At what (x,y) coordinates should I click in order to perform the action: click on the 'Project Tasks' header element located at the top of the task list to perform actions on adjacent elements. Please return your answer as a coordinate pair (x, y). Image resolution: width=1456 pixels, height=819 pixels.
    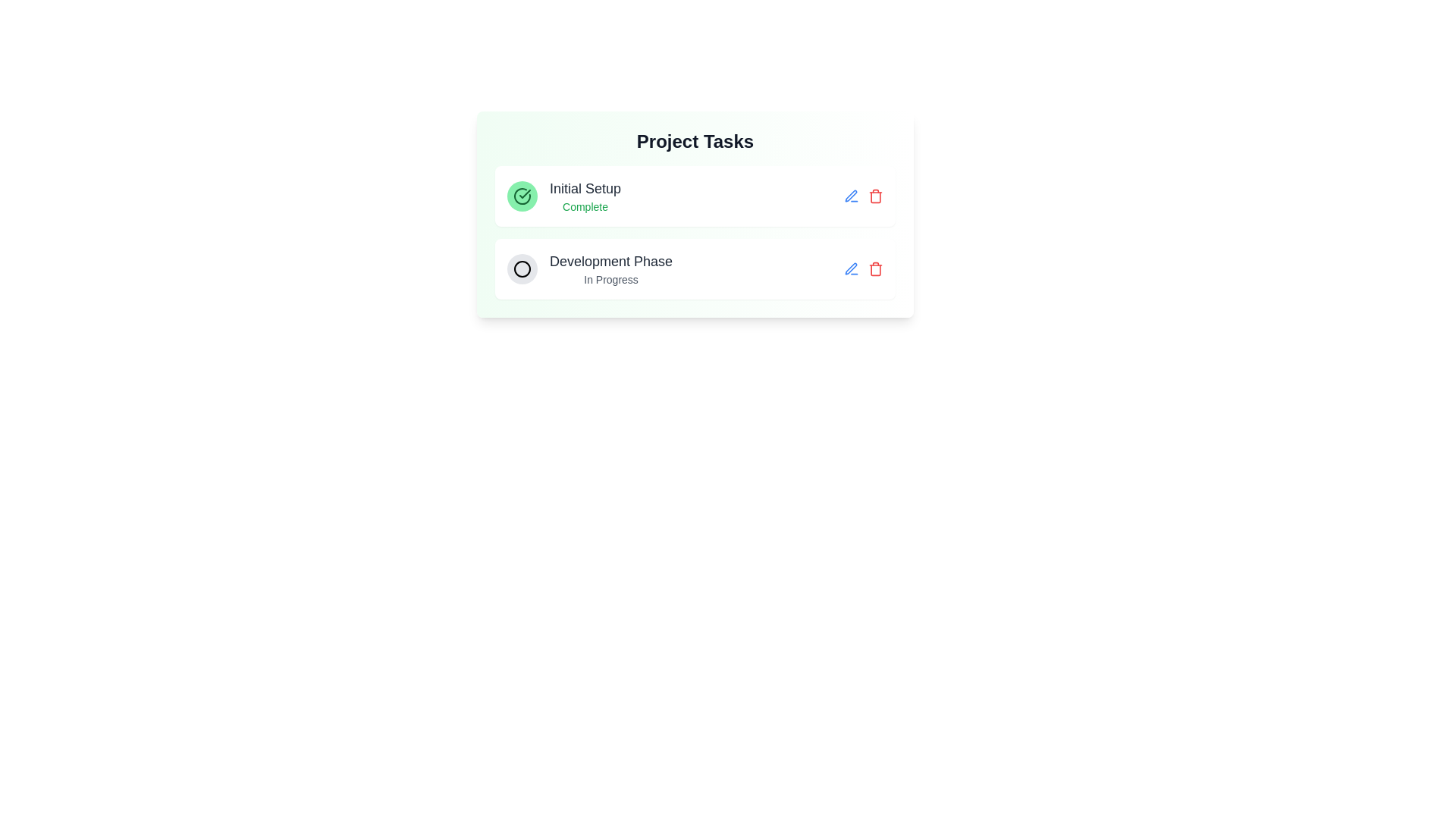
    Looking at the image, I should click on (694, 141).